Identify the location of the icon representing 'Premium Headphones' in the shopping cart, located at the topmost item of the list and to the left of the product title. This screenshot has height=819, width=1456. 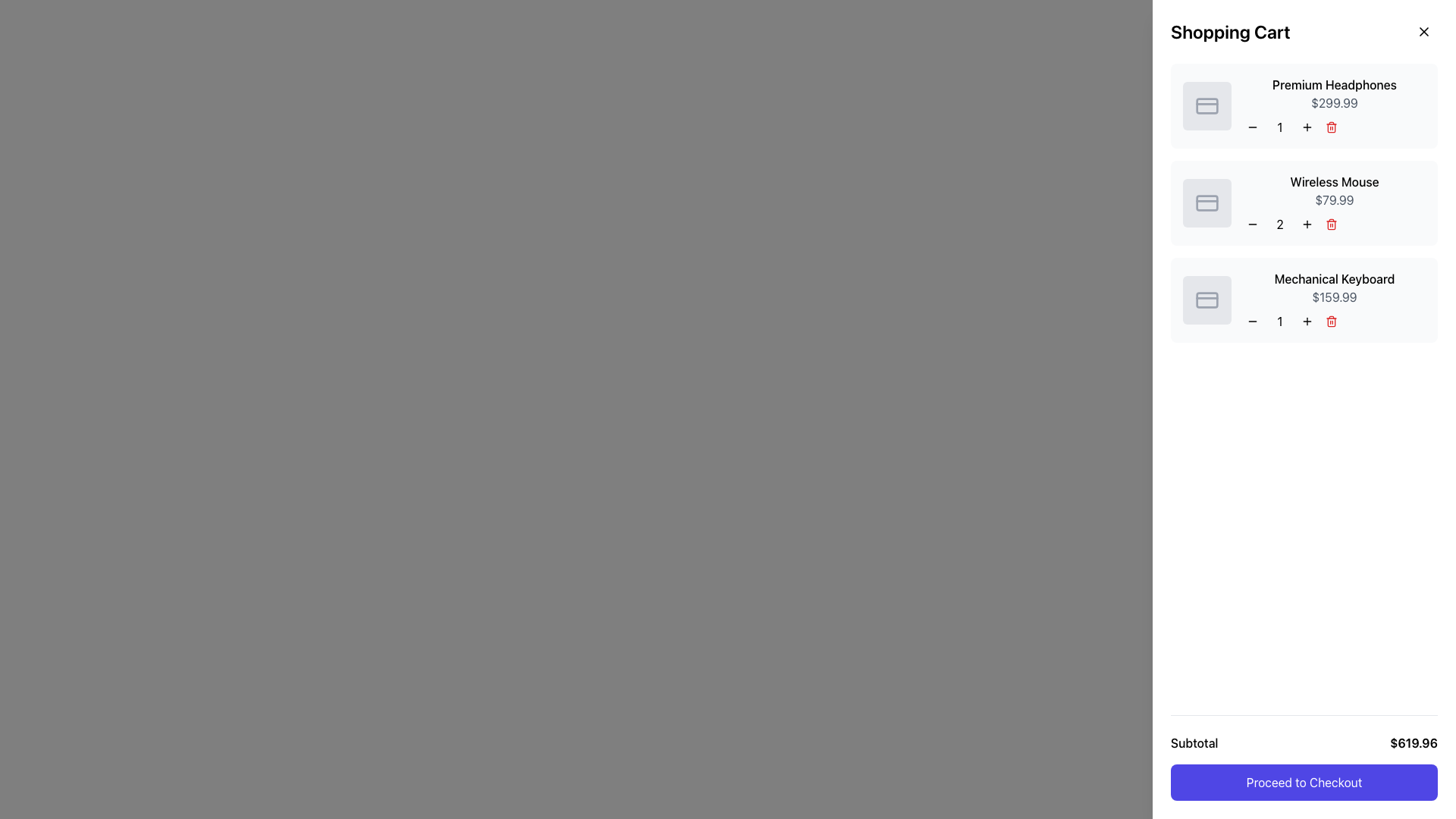
(1207, 105).